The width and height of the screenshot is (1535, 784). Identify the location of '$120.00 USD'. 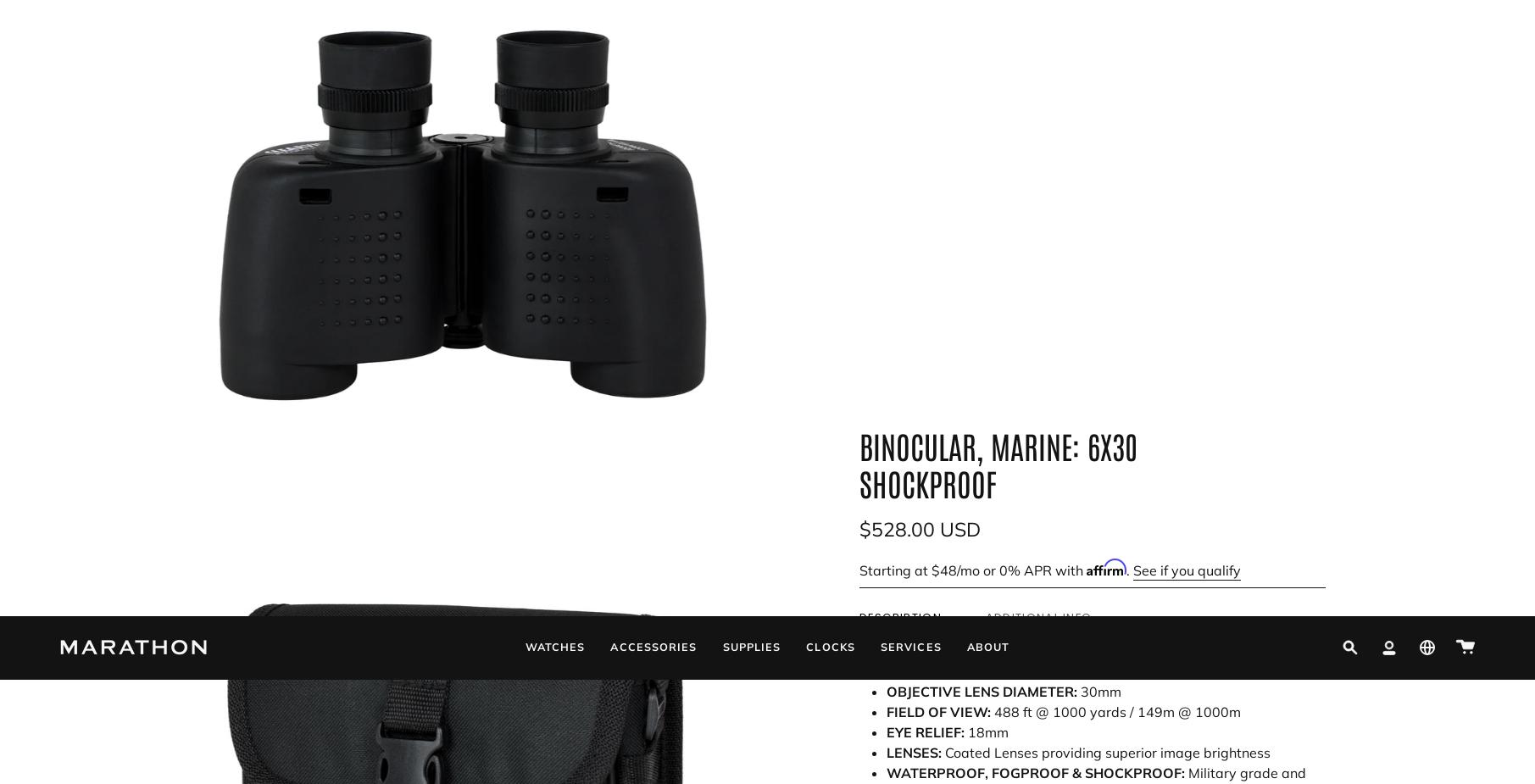
(1321, 342).